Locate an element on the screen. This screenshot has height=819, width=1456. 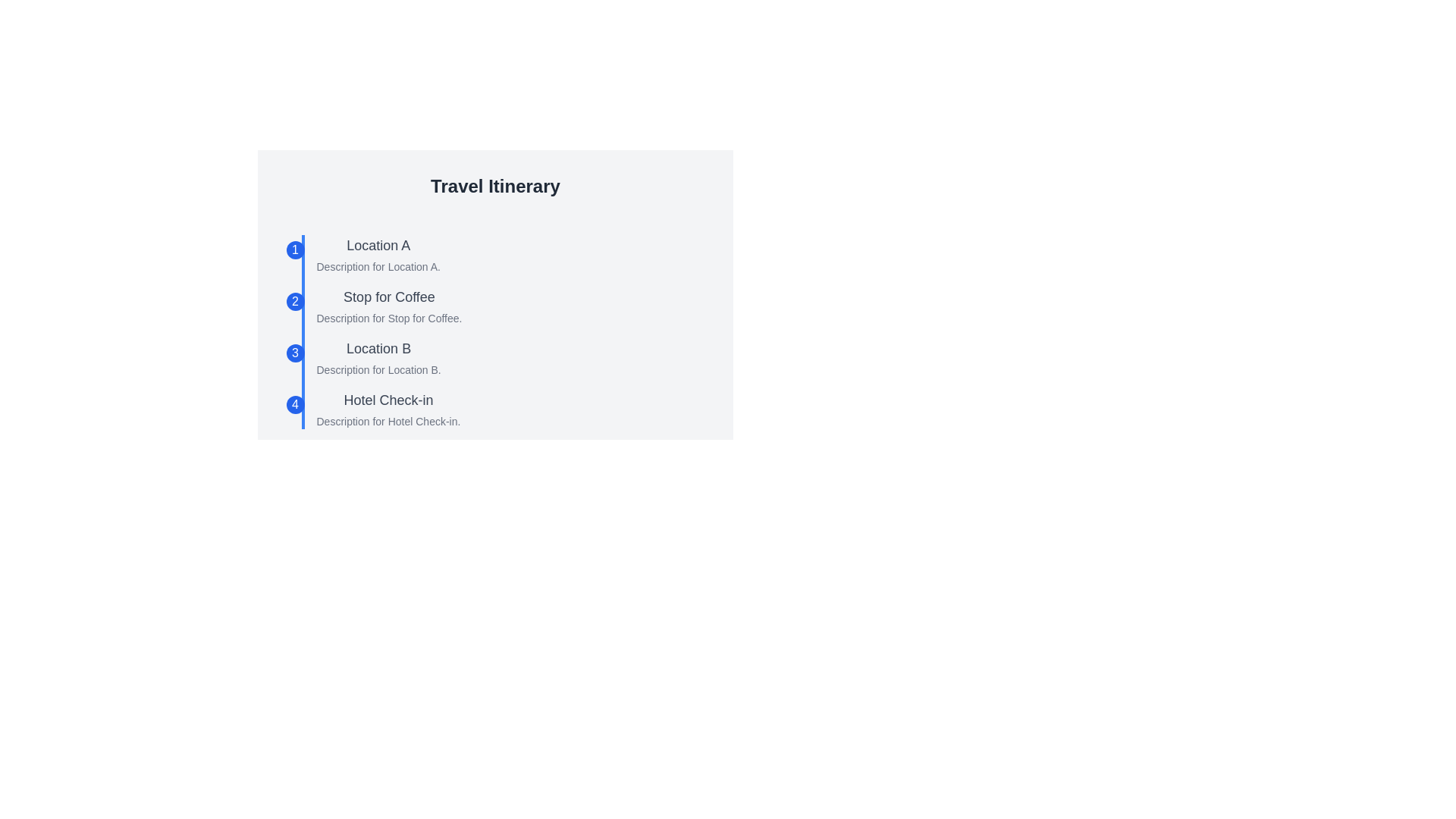
text displayed in the Text Display for 'Stop for Coffee', which is located in the vertical timeline under 'Travel Itinerary', second in the list is located at coordinates (389, 306).